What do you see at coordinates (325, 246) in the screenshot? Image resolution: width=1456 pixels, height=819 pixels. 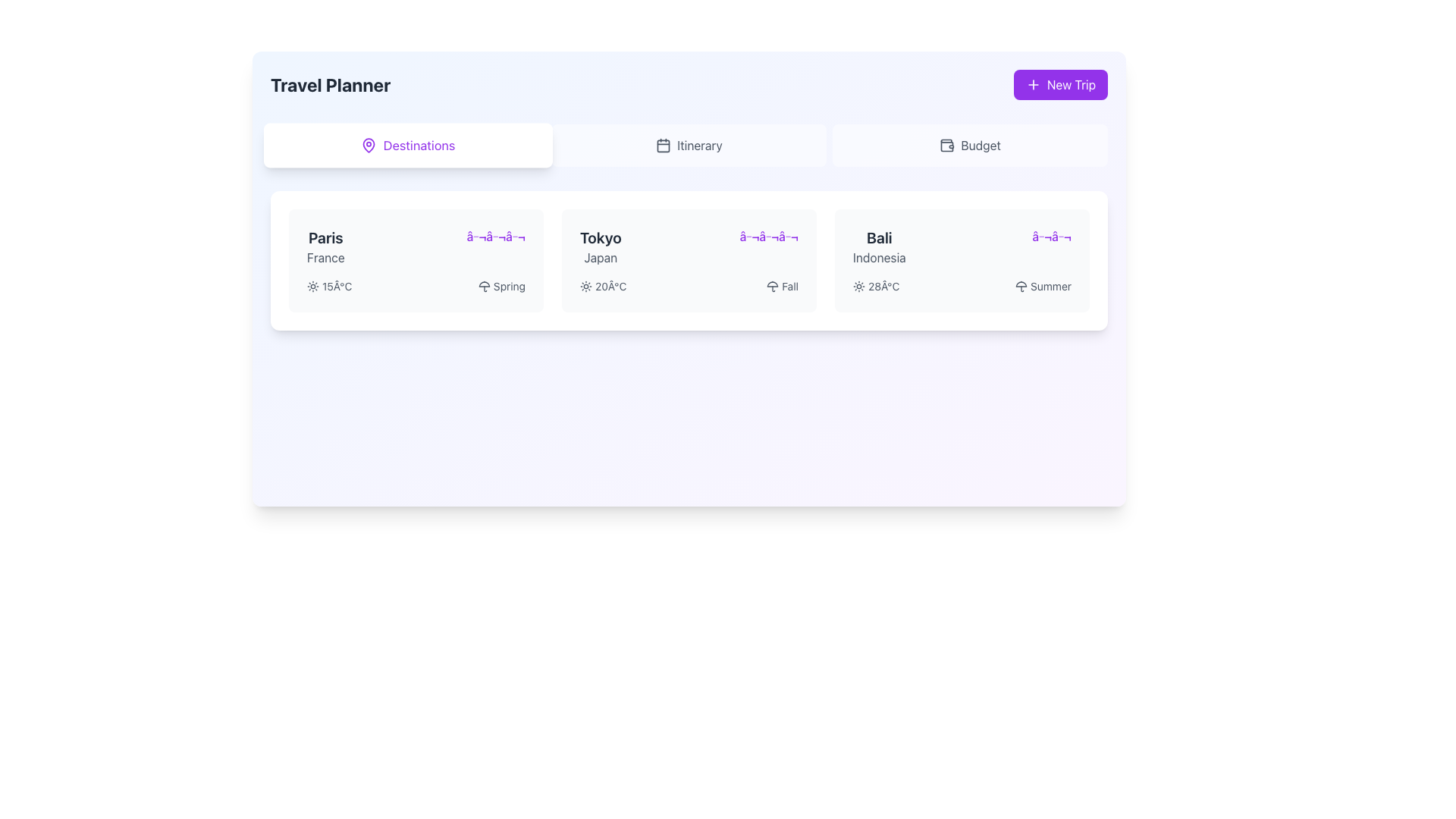 I see `the Text Label element displaying 'Paris' and 'France' in the top-left corner of the travel destination card` at bounding box center [325, 246].